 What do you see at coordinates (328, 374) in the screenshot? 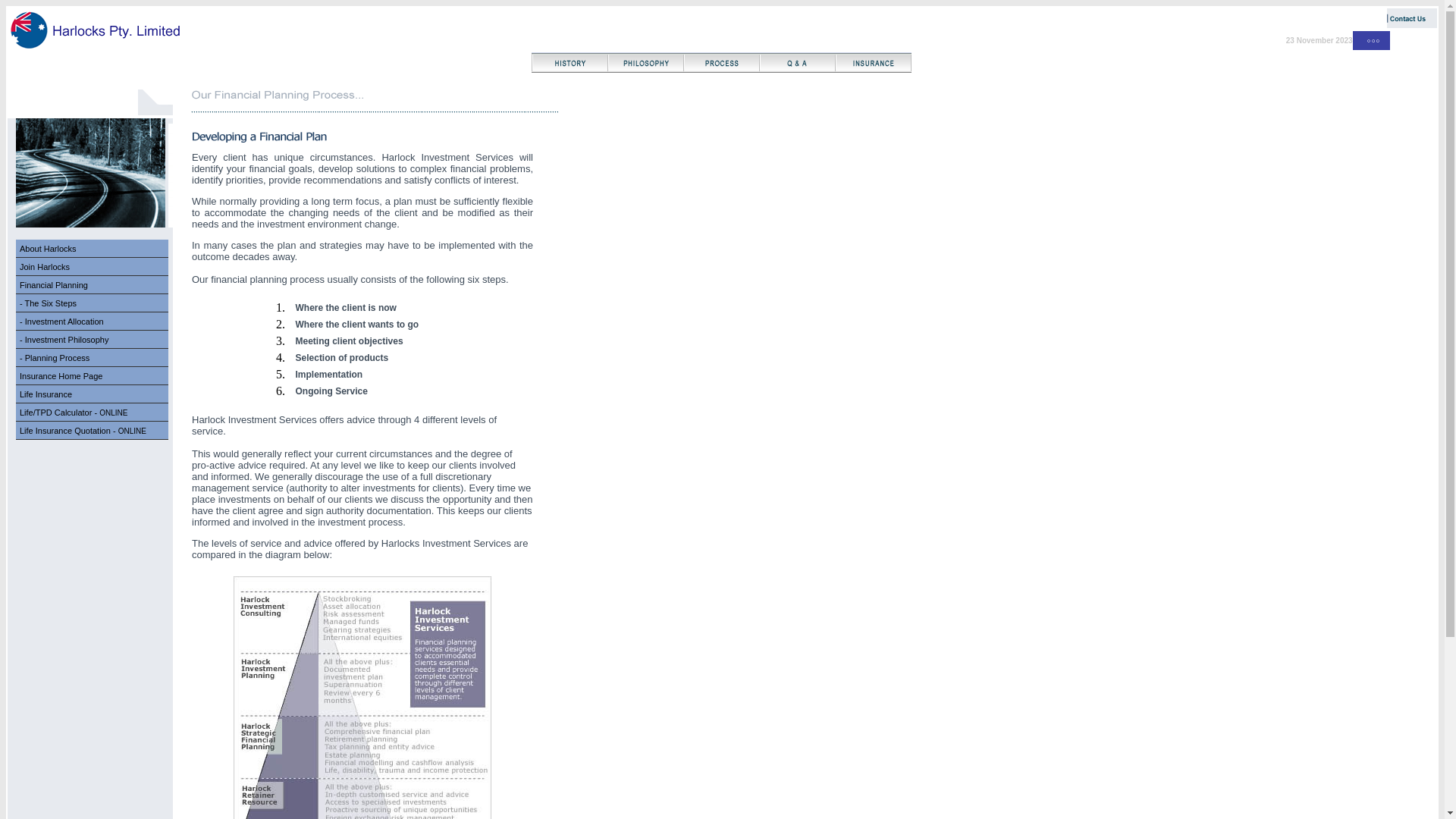
I see `'Implementation'` at bounding box center [328, 374].